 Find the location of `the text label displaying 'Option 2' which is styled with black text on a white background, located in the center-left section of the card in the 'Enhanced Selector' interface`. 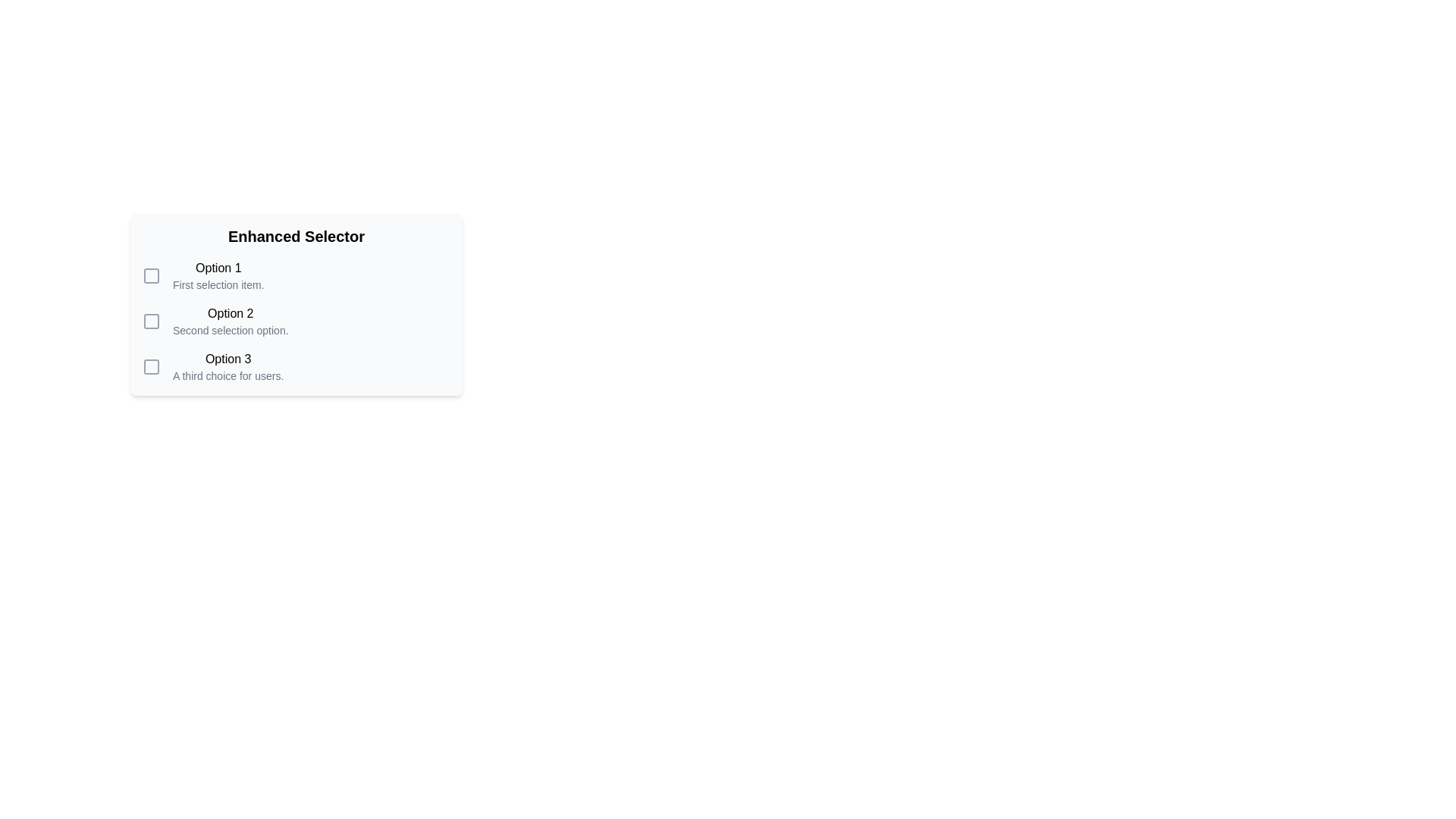

the text label displaying 'Option 2' which is styled with black text on a white background, located in the center-left section of the card in the 'Enhanced Selector' interface is located at coordinates (230, 312).